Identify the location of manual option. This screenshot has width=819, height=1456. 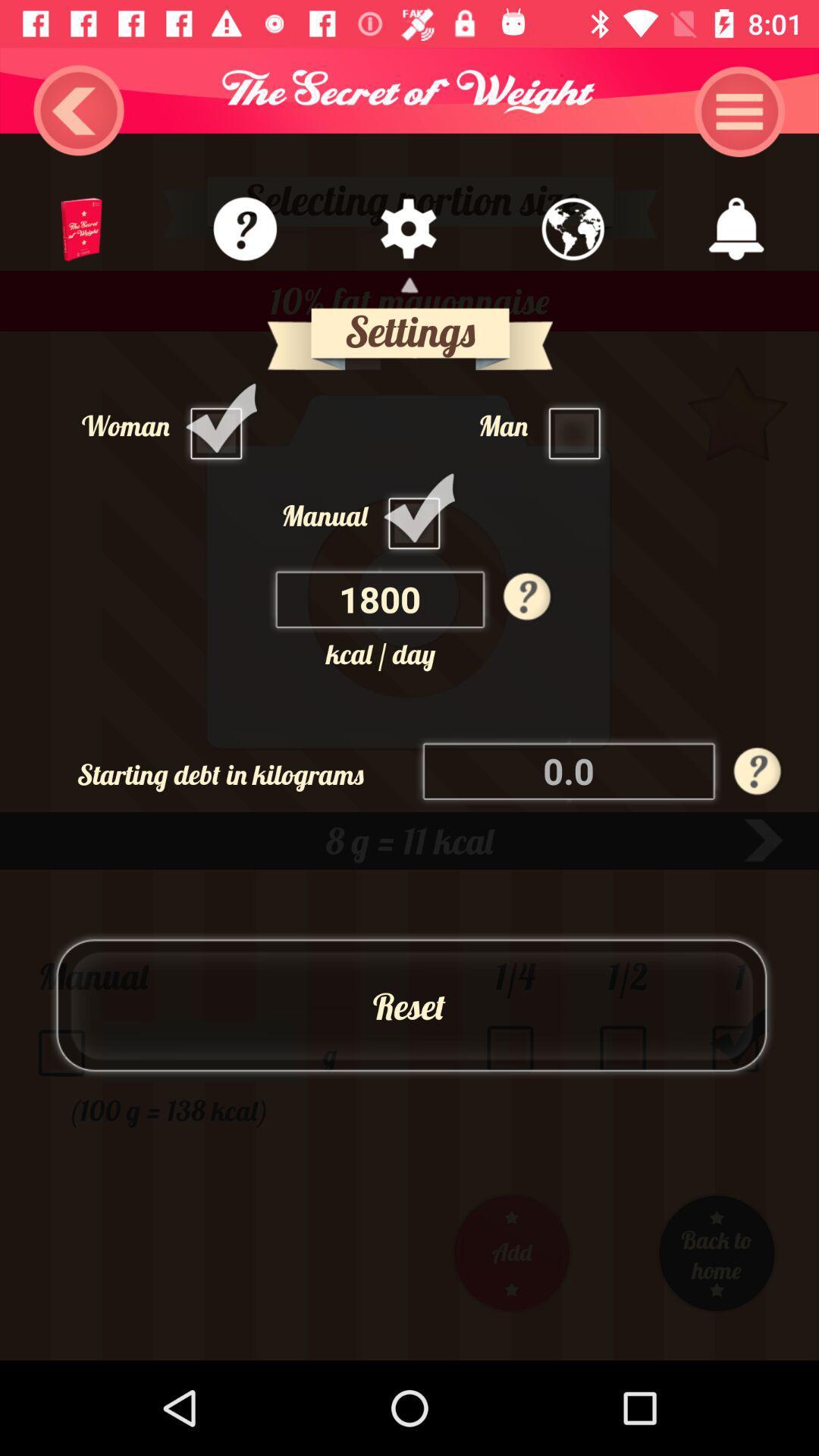
(418, 515).